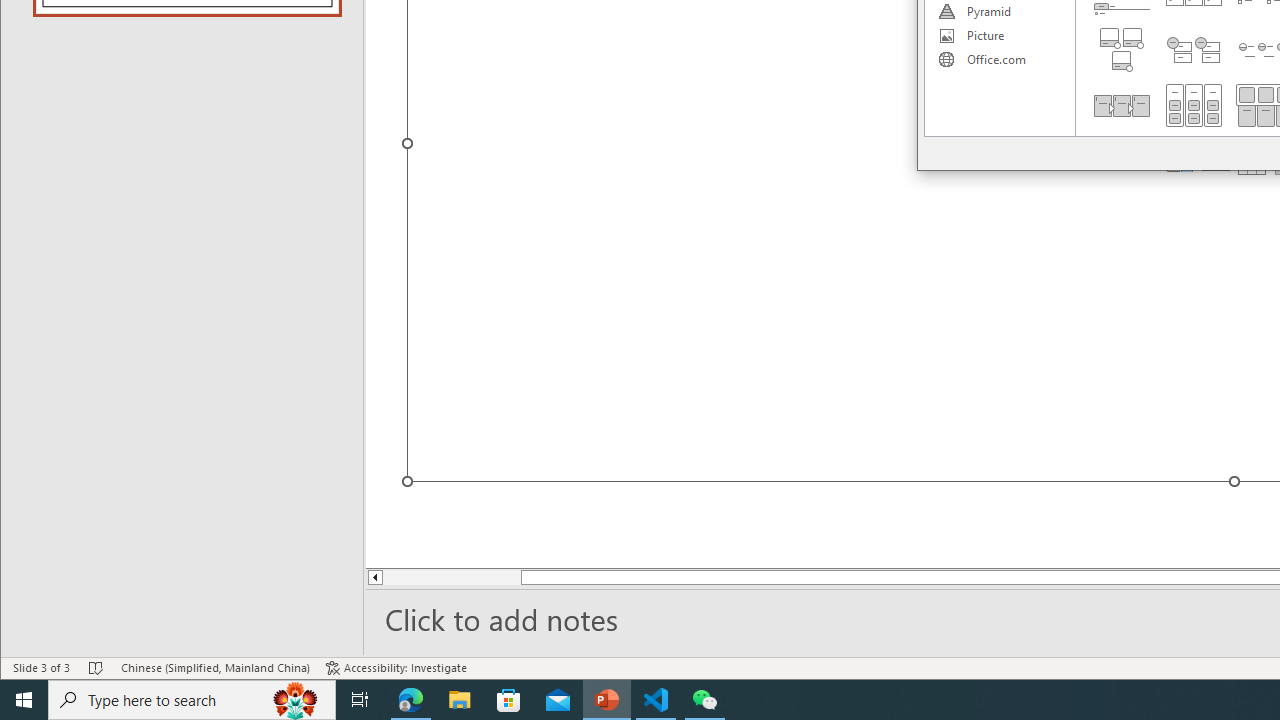  Describe the element at coordinates (410, 698) in the screenshot. I see `'Microsoft Edge - 1 running window'` at that location.